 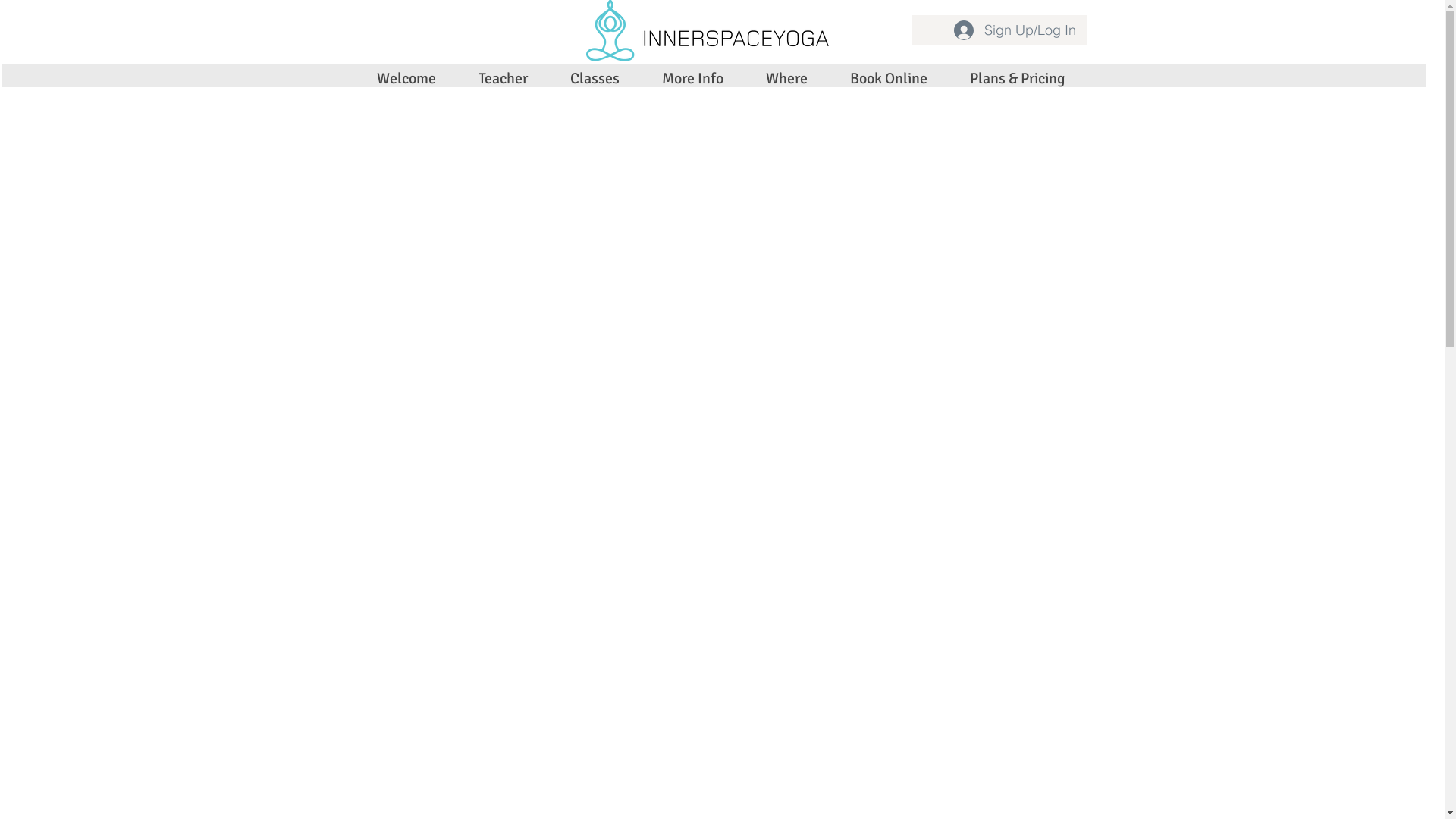 I want to click on 'Sign Up/Log In', so click(x=1015, y=30).